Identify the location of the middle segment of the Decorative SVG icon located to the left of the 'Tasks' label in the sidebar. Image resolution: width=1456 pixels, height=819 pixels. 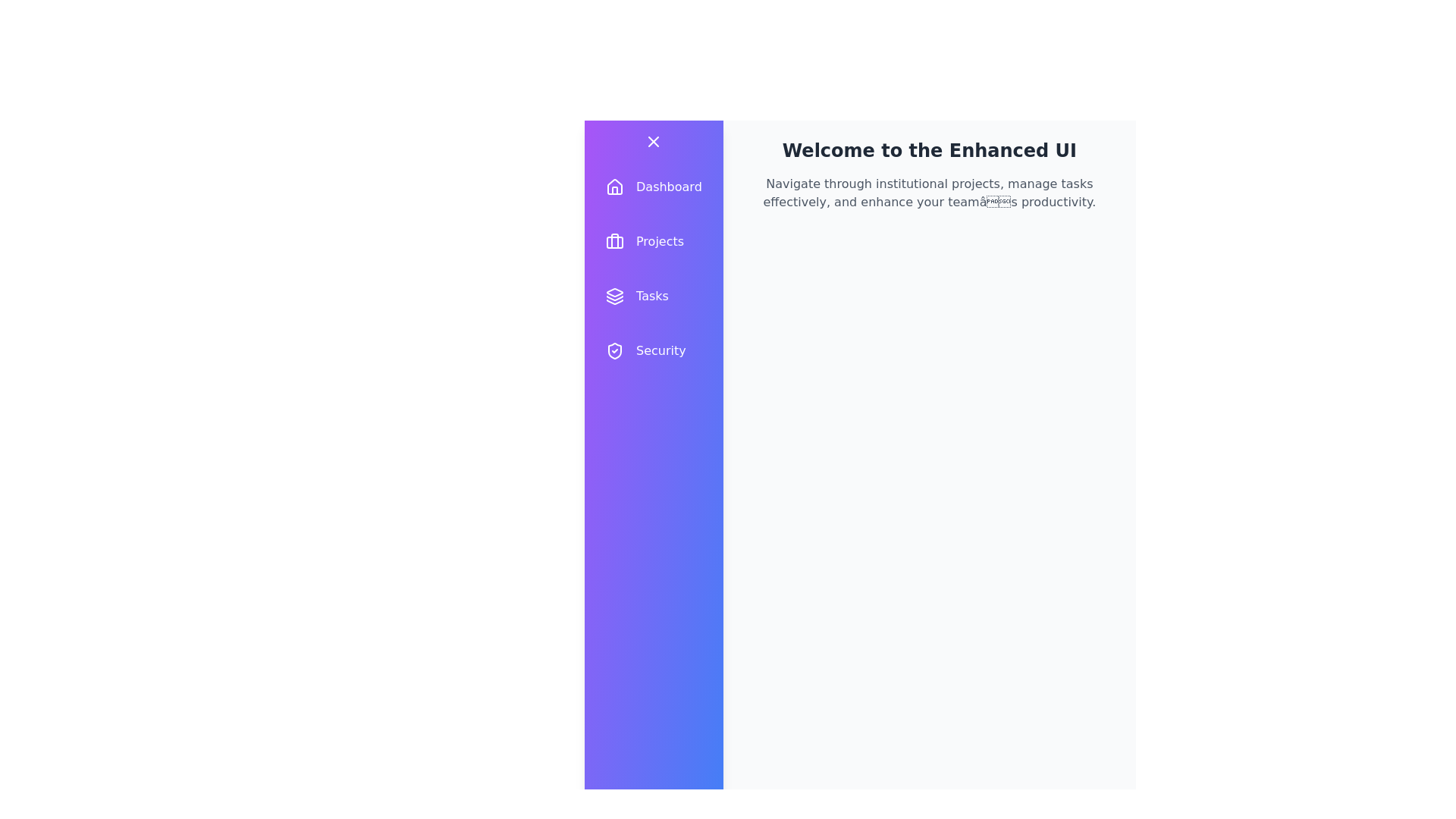
(615, 298).